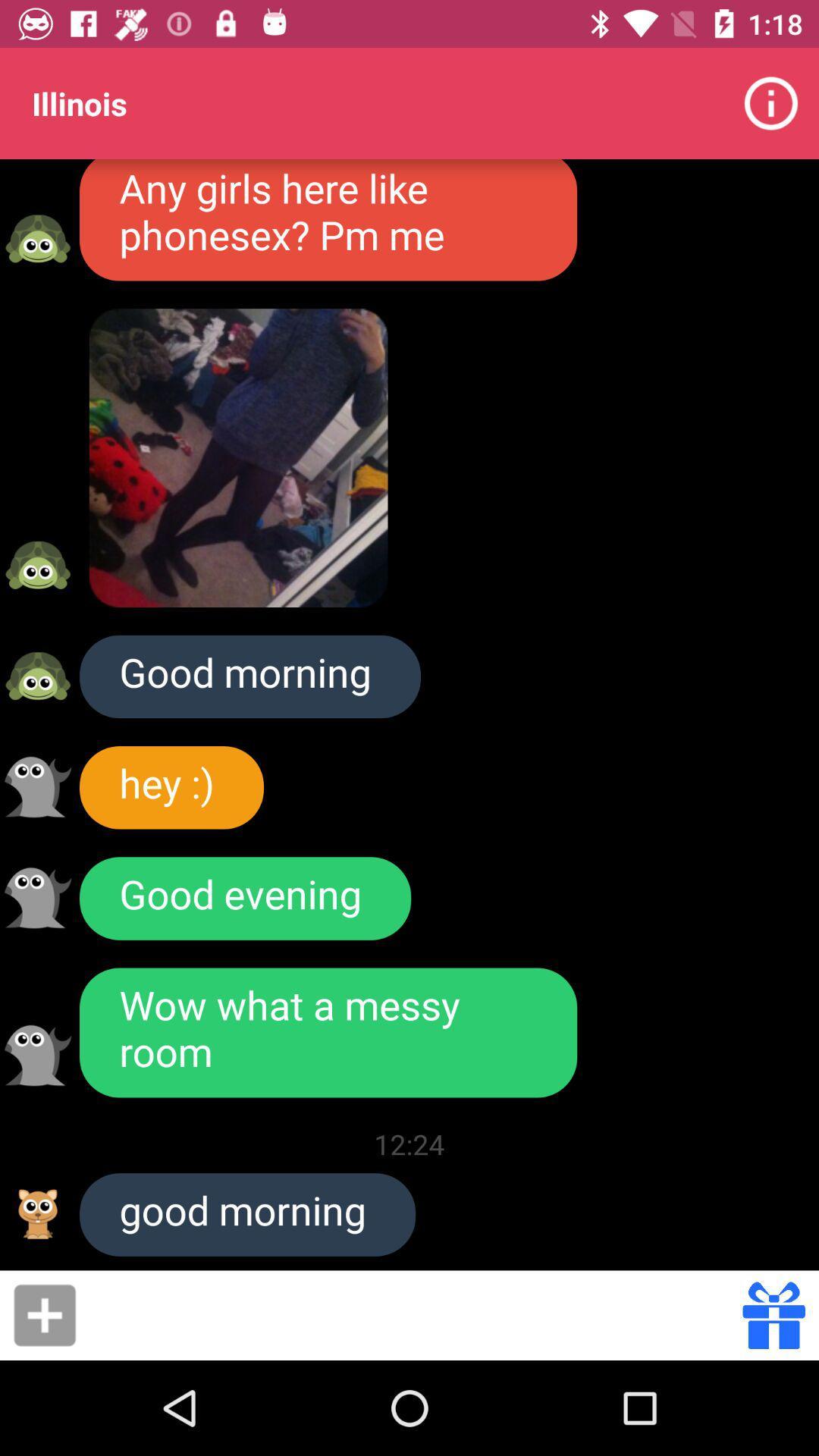 The height and width of the screenshot is (1456, 819). Describe the element at coordinates (44, 1314) in the screenshot. I see `click on the button with plus symbol to post comment` at that location.